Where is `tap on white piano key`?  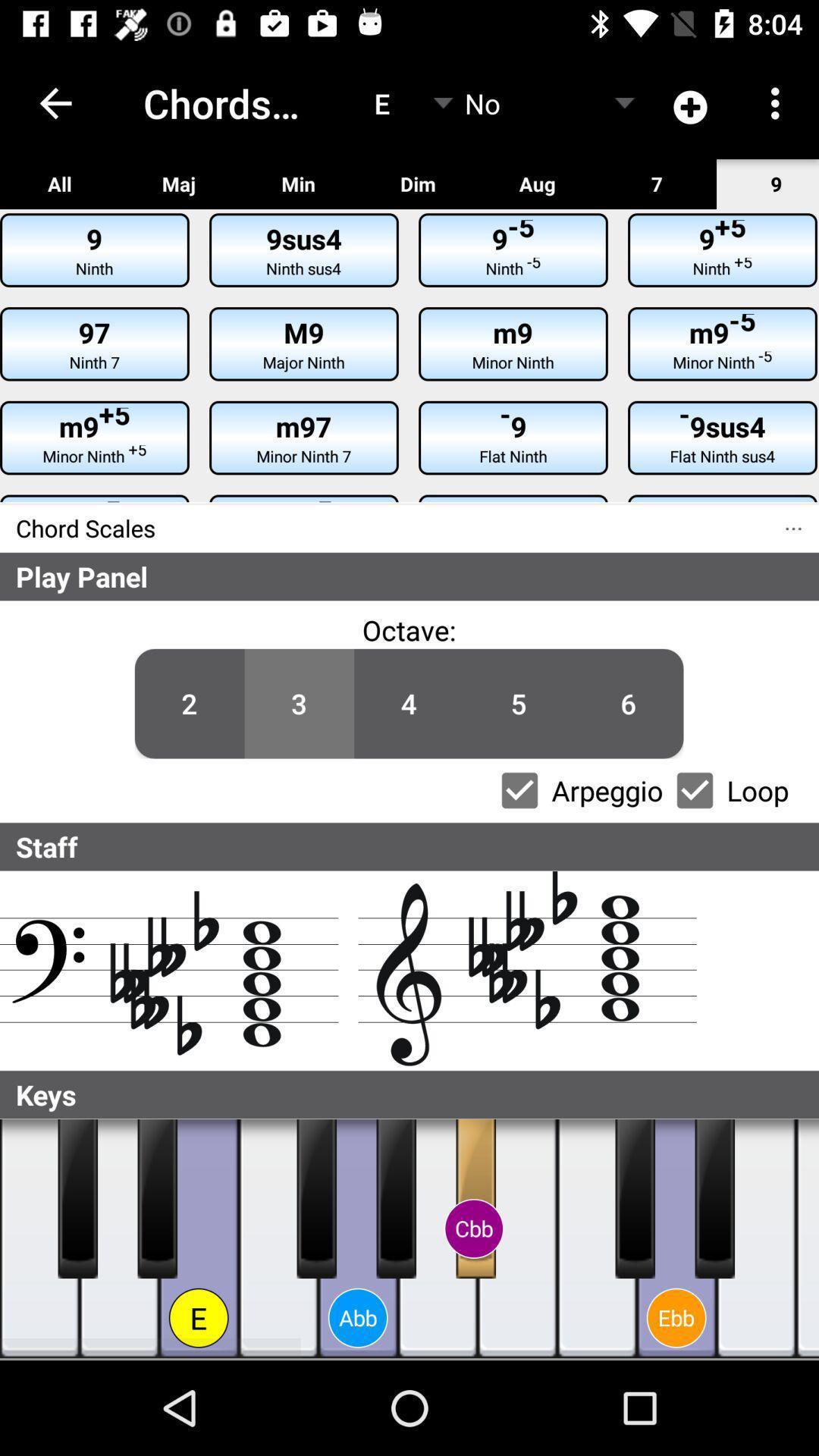 tap on white piano key is located at coordinates (756, 1238).